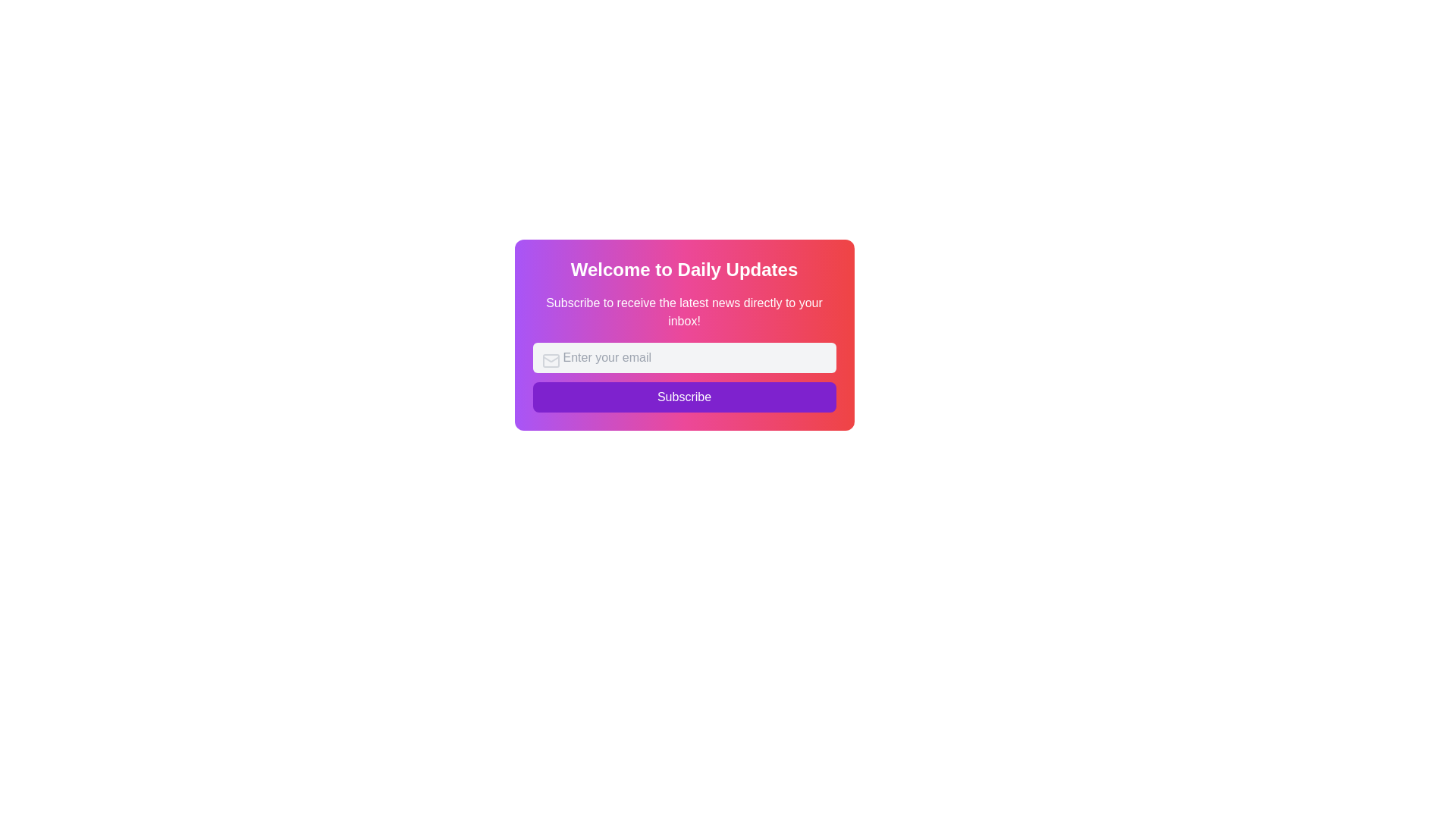 Image resolution: width=1456 pixels, height=819 pixels. What do you see at coordinates (683, 357) in the screenshot?
I see `the email input field located in the center of the section titled 'Welcome to Daily Updates'` at bounding box center [683, 357].